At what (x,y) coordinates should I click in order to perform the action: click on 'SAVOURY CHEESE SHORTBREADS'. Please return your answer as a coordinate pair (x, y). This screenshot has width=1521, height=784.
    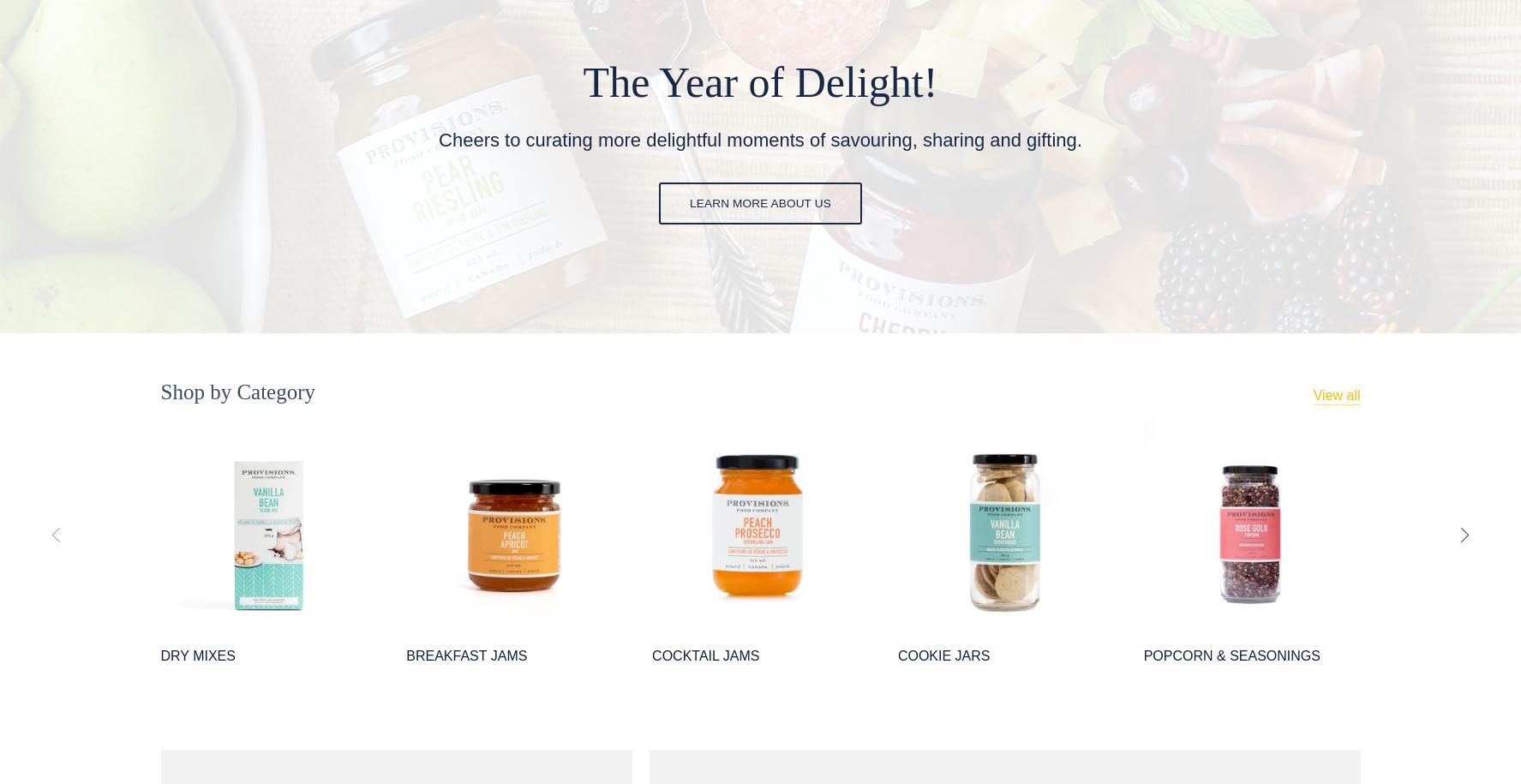
    Looking at the image, I should click on (1451, 664).